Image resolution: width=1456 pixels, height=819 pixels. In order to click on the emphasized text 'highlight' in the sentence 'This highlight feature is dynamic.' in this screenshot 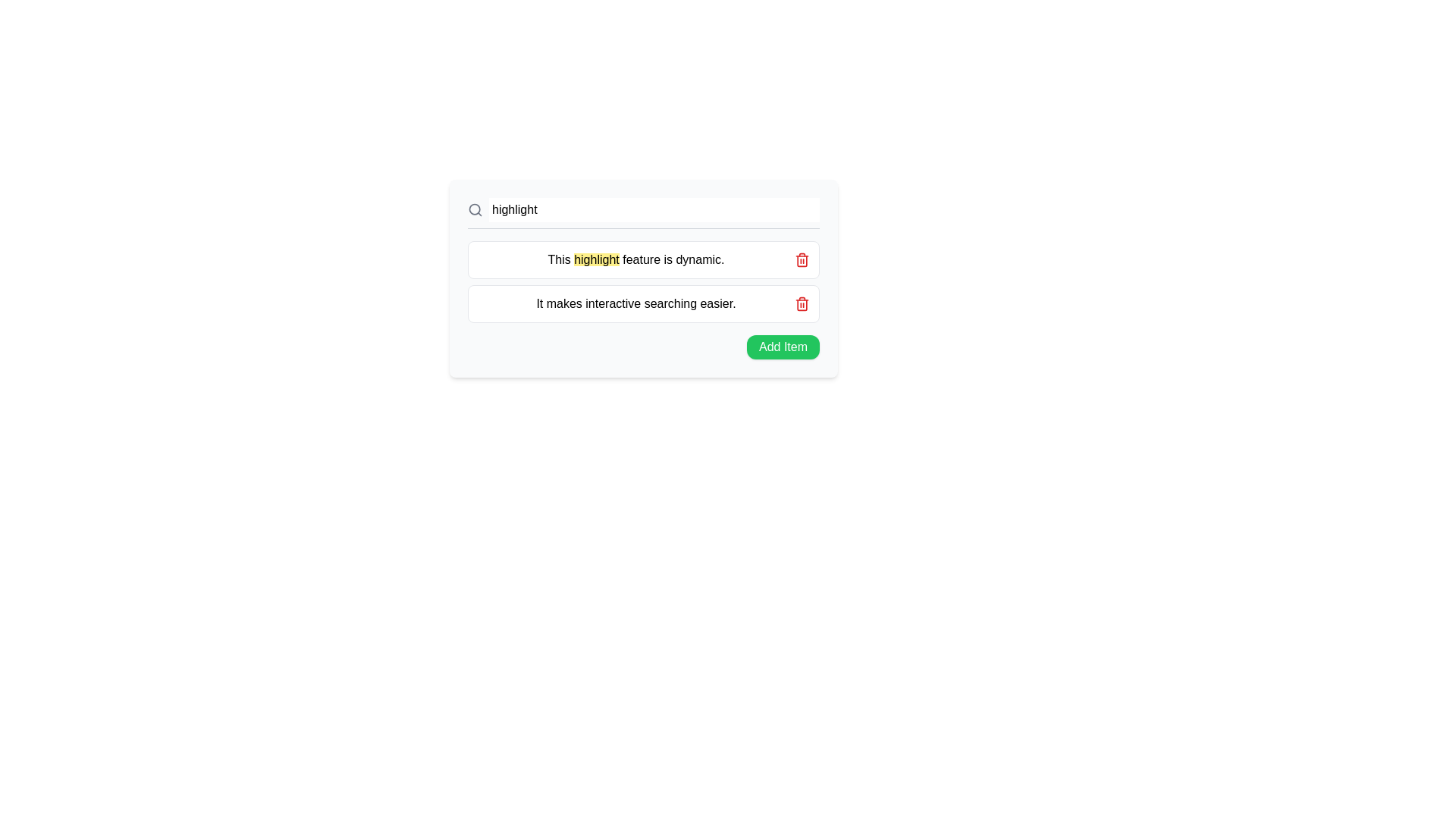, I will do `click(596, 259)`.